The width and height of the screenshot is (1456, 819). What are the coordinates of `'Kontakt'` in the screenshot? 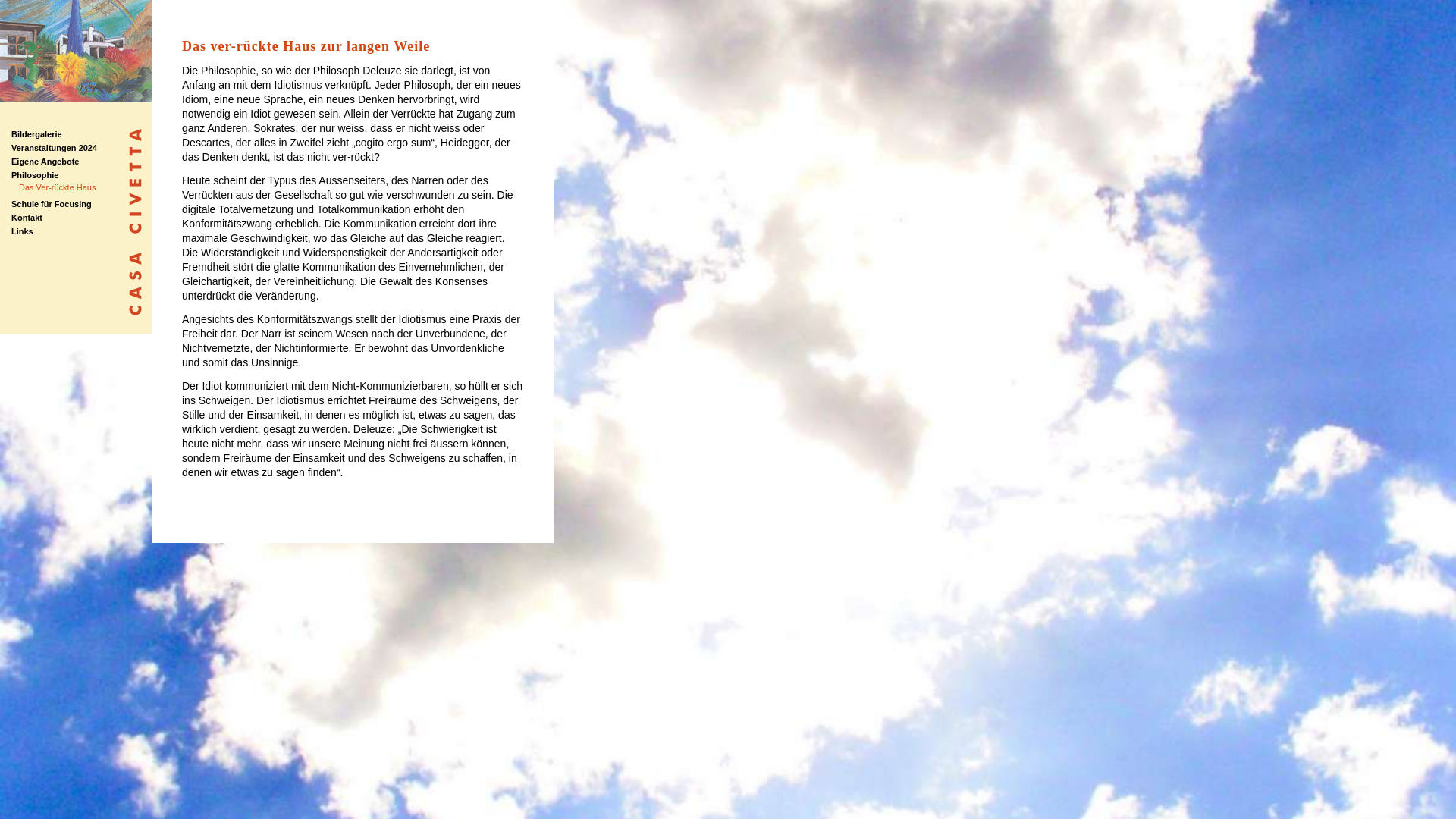 It's located at (27, 217).